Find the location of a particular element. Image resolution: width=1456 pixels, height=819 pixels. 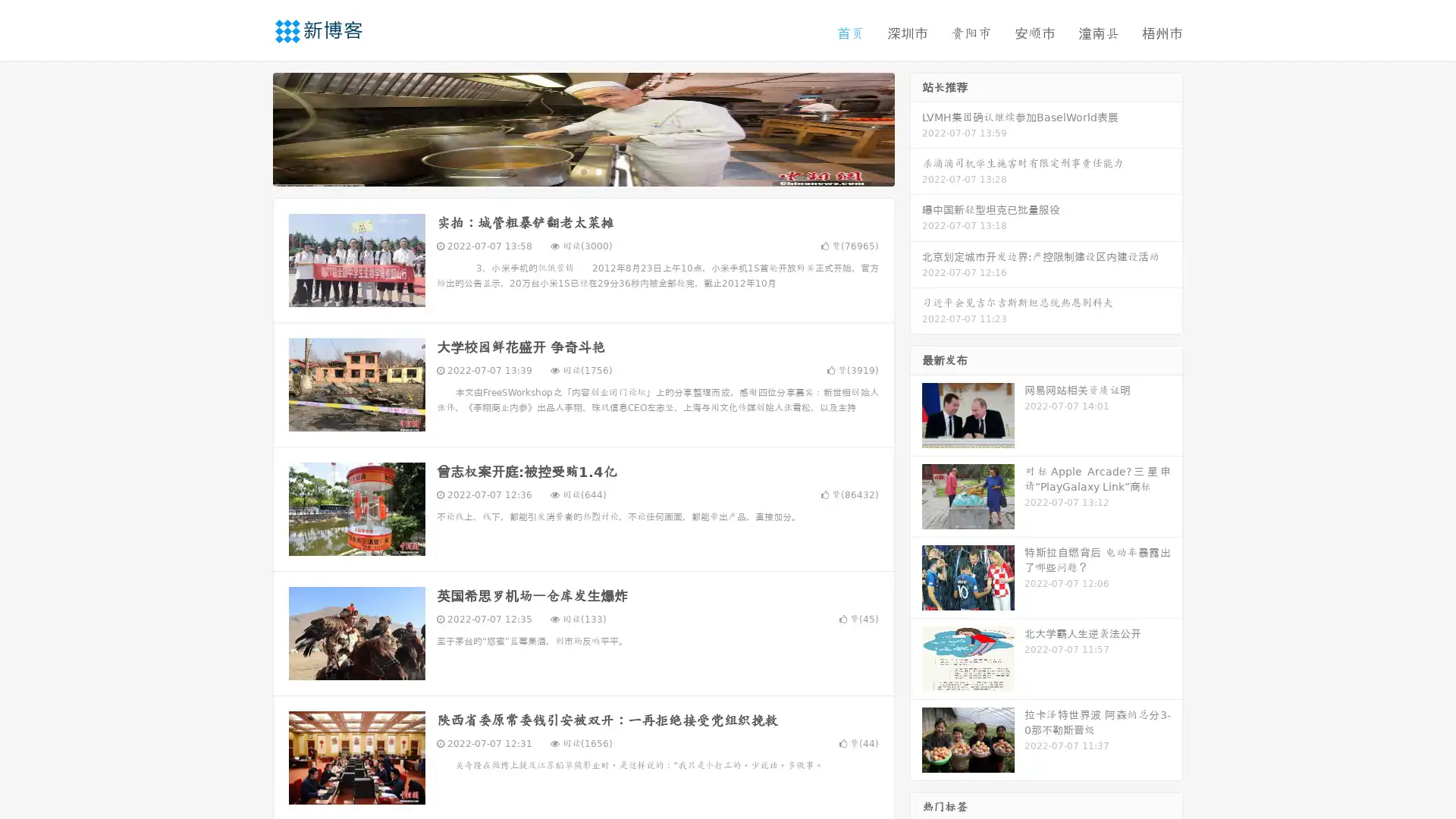

Previous slide is located at coordinates (250, 127).